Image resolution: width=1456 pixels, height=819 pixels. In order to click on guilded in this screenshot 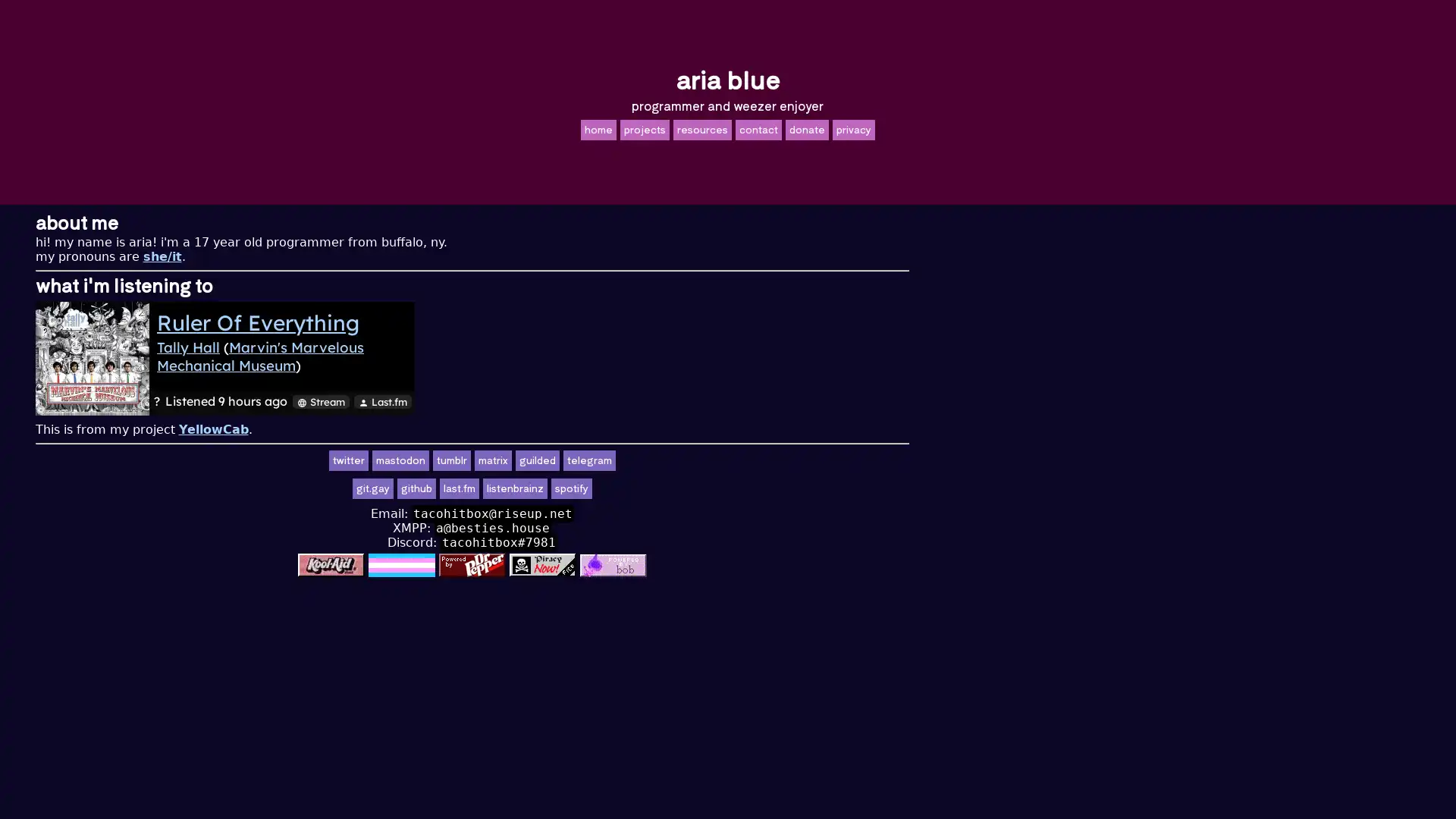, I will do `click(792, 460)`.